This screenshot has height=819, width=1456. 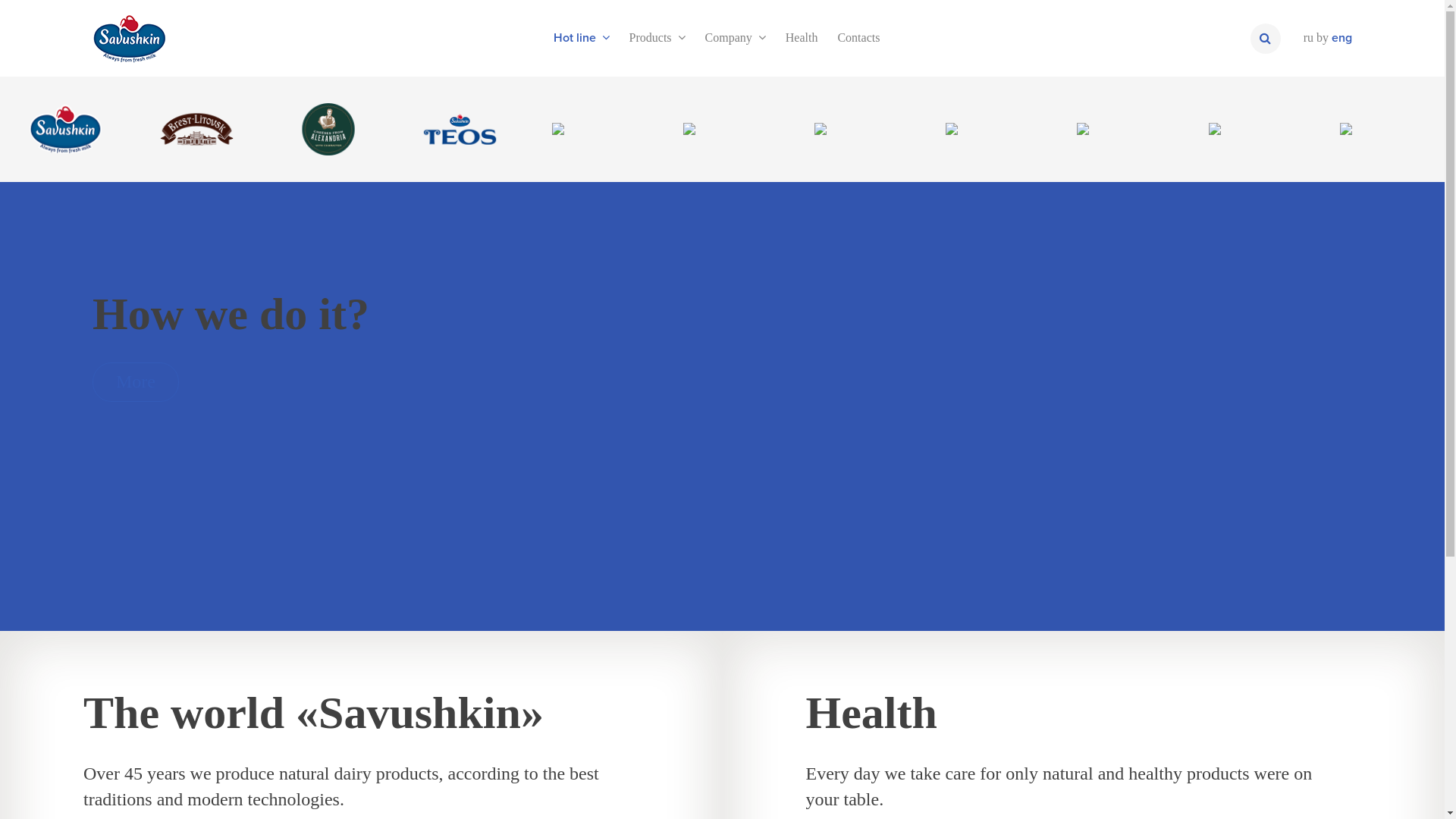 What do you see at coordinates (91, 37) in the screenshot?
I see `'Savushkin_logo_eng.png'` at bounding box center [91, 37].